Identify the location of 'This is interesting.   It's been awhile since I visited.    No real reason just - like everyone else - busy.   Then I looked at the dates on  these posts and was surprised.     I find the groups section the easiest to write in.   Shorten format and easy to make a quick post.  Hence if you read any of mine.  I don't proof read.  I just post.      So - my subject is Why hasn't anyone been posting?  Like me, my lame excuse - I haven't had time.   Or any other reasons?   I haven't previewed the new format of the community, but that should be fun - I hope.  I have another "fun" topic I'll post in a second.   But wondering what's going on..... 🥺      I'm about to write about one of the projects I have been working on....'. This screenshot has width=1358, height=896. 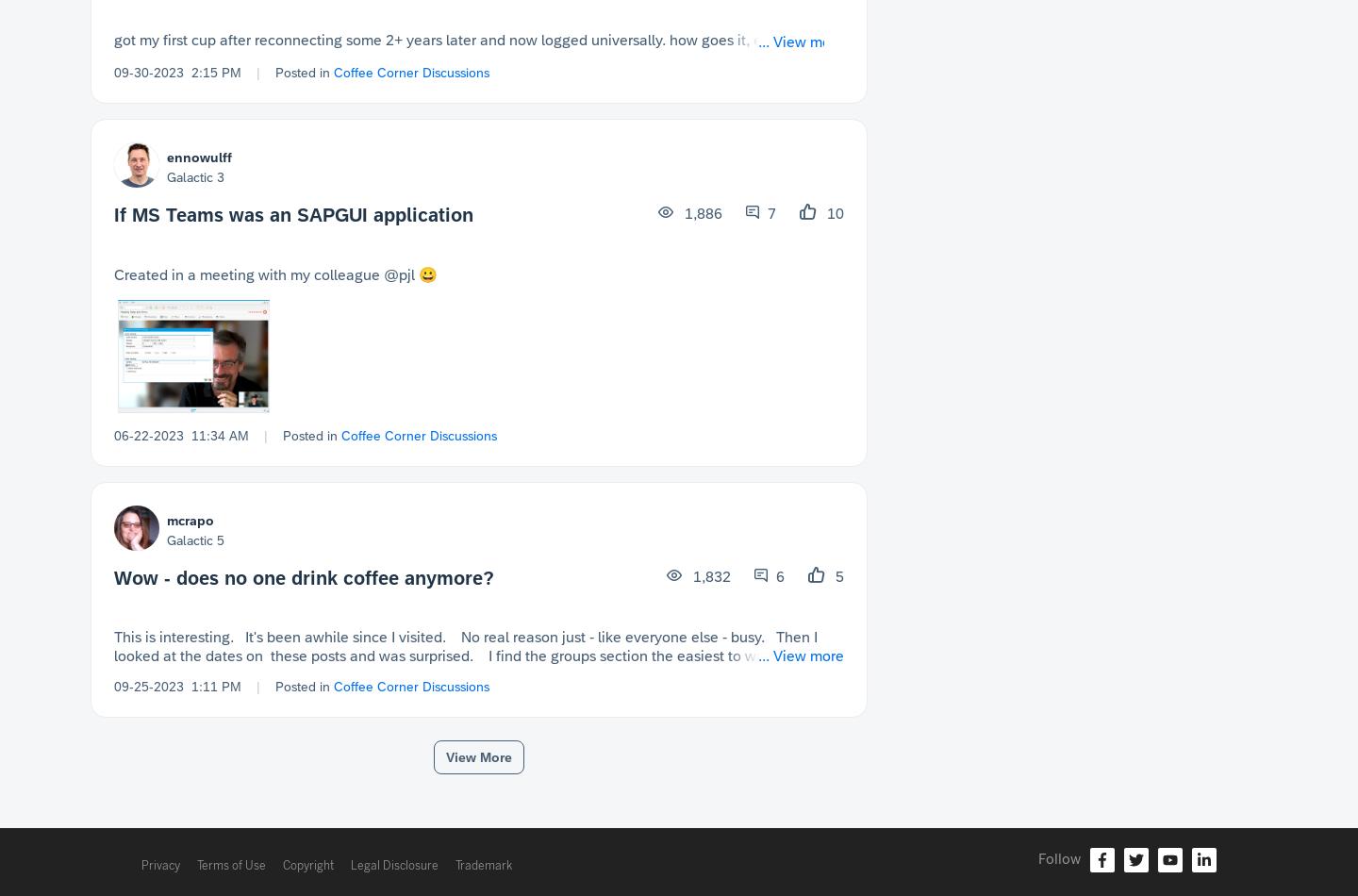
(476, 692).